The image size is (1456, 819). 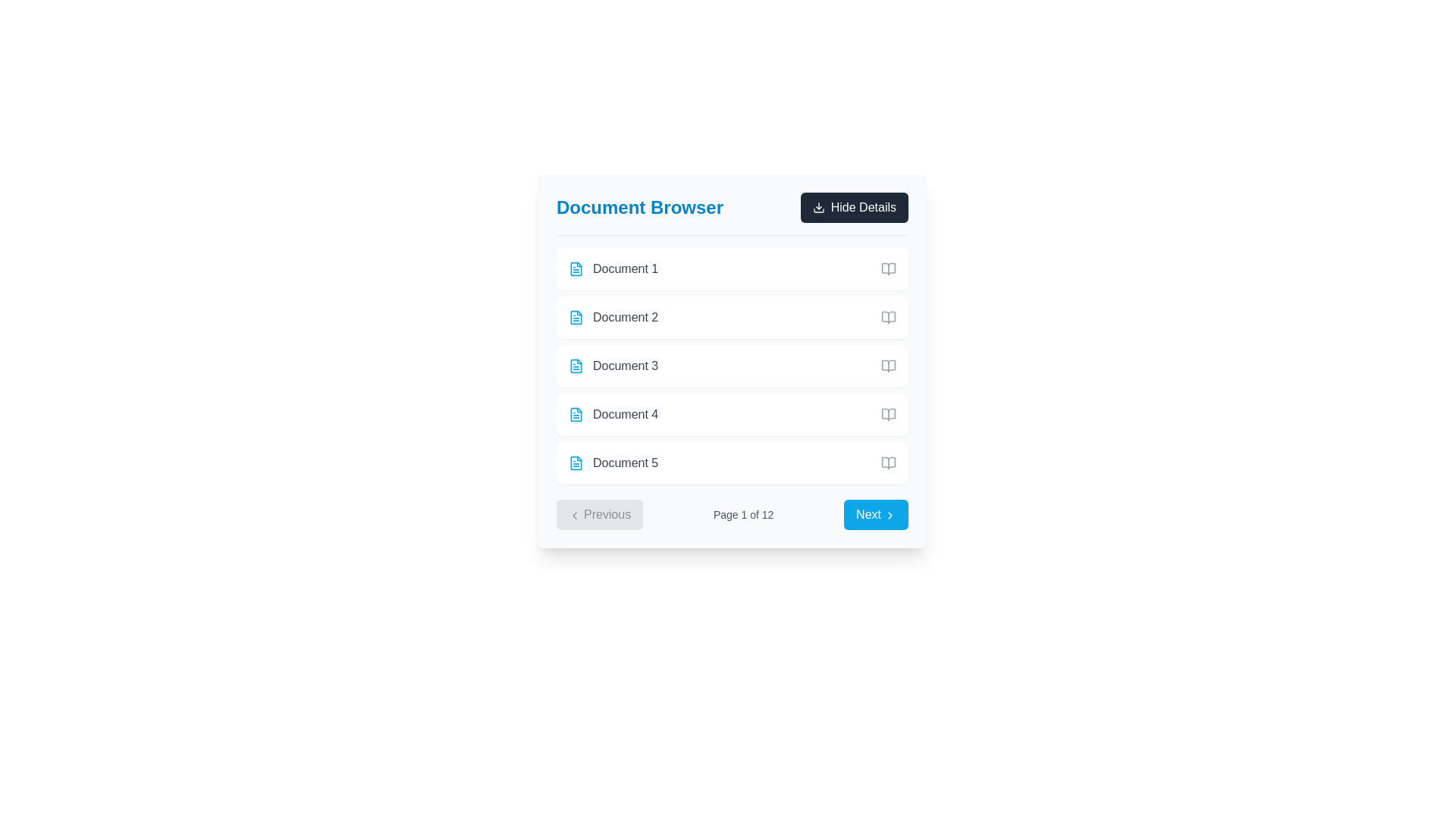 What do you see at coordinates (640, 207) in the screenshot?
I see `text content of the prominent header that reads 'Document Browser', styled in bold, large sky blue text at the top of the content section` at bounding box center [640, 207].